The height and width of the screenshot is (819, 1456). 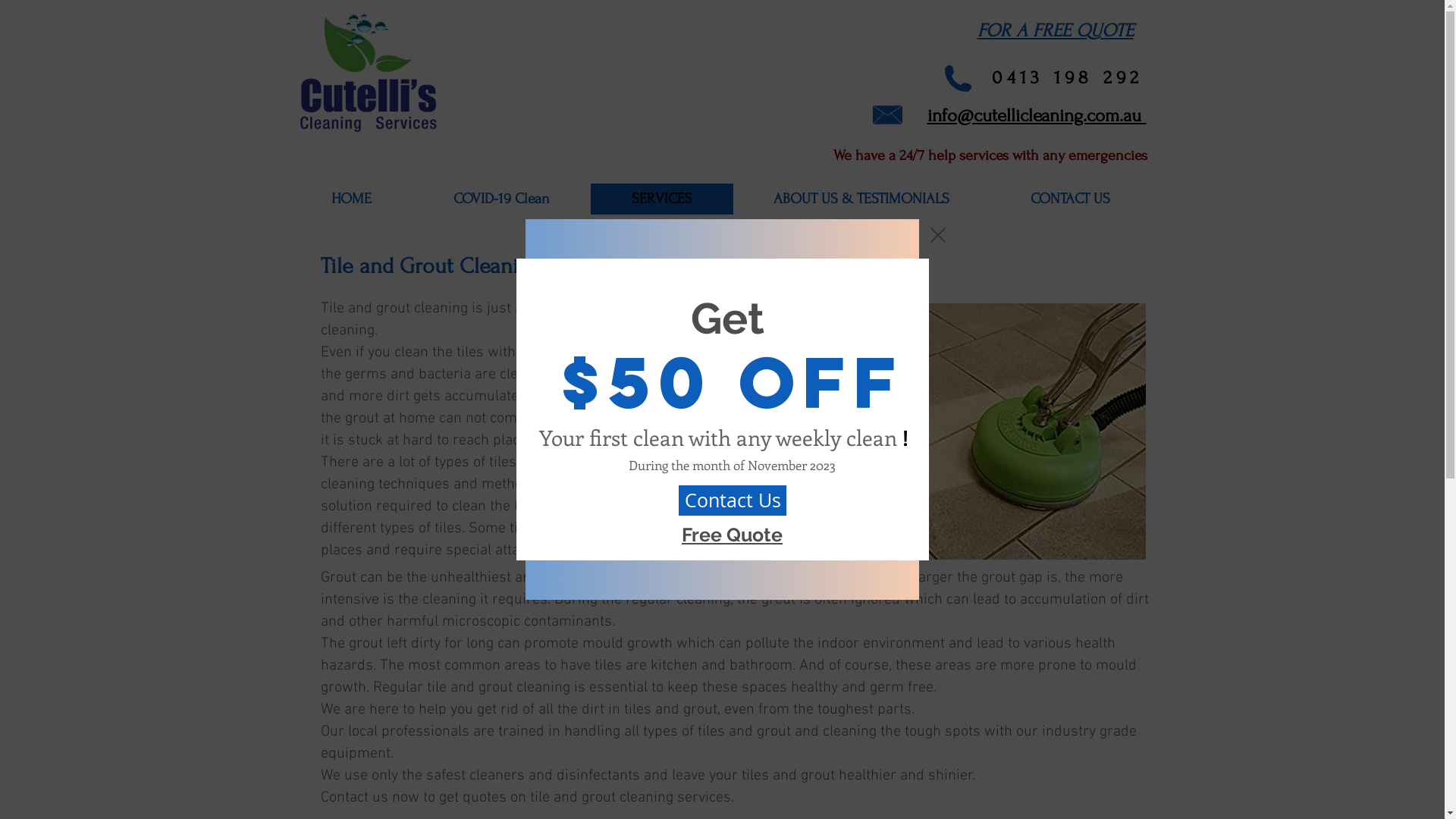 What do you see at coordinates (732, 500) in the screenshot?
I see `'Contact Us'` at bounding box center [732, 500].